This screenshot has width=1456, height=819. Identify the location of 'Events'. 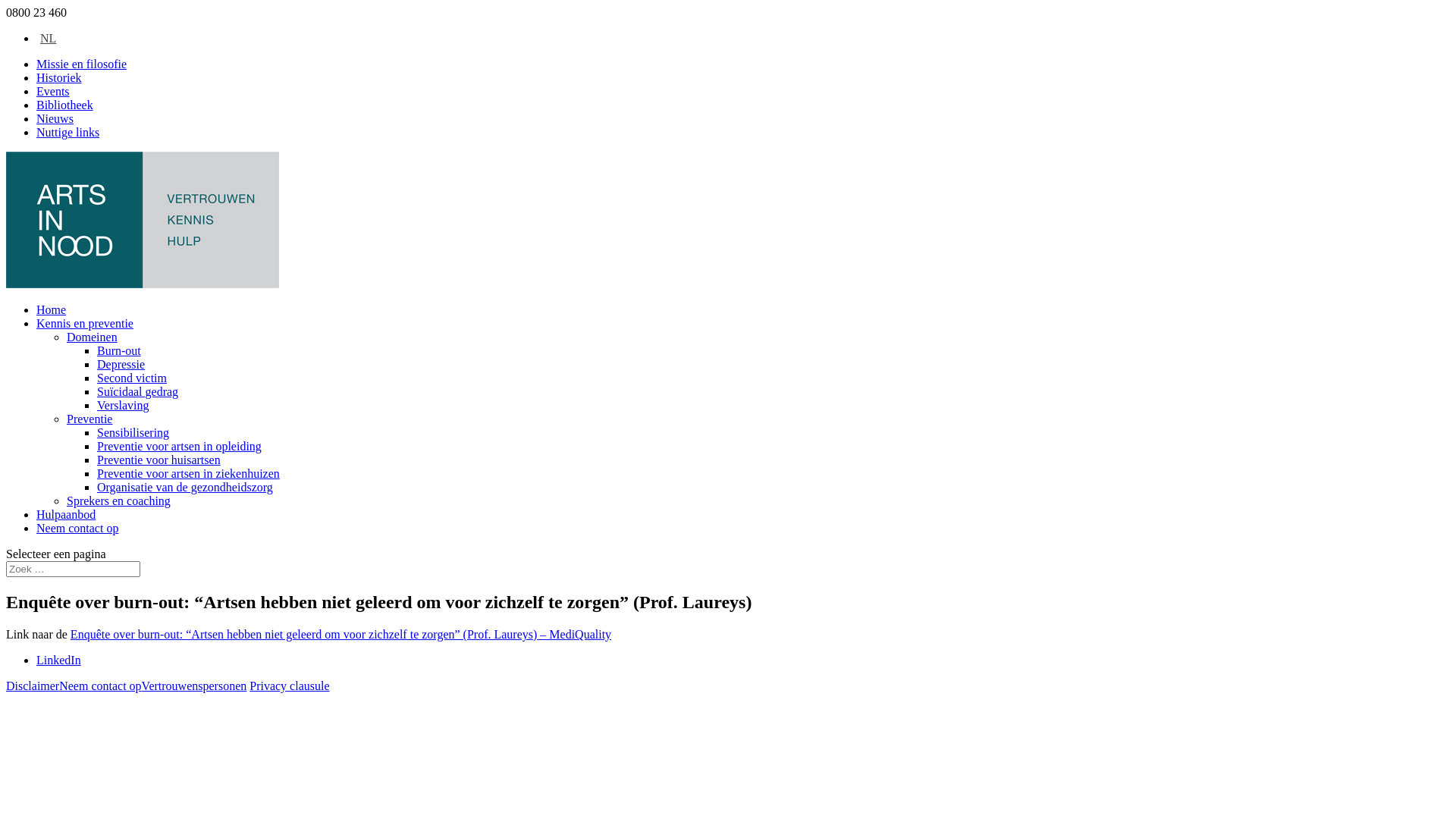
(53, 91).